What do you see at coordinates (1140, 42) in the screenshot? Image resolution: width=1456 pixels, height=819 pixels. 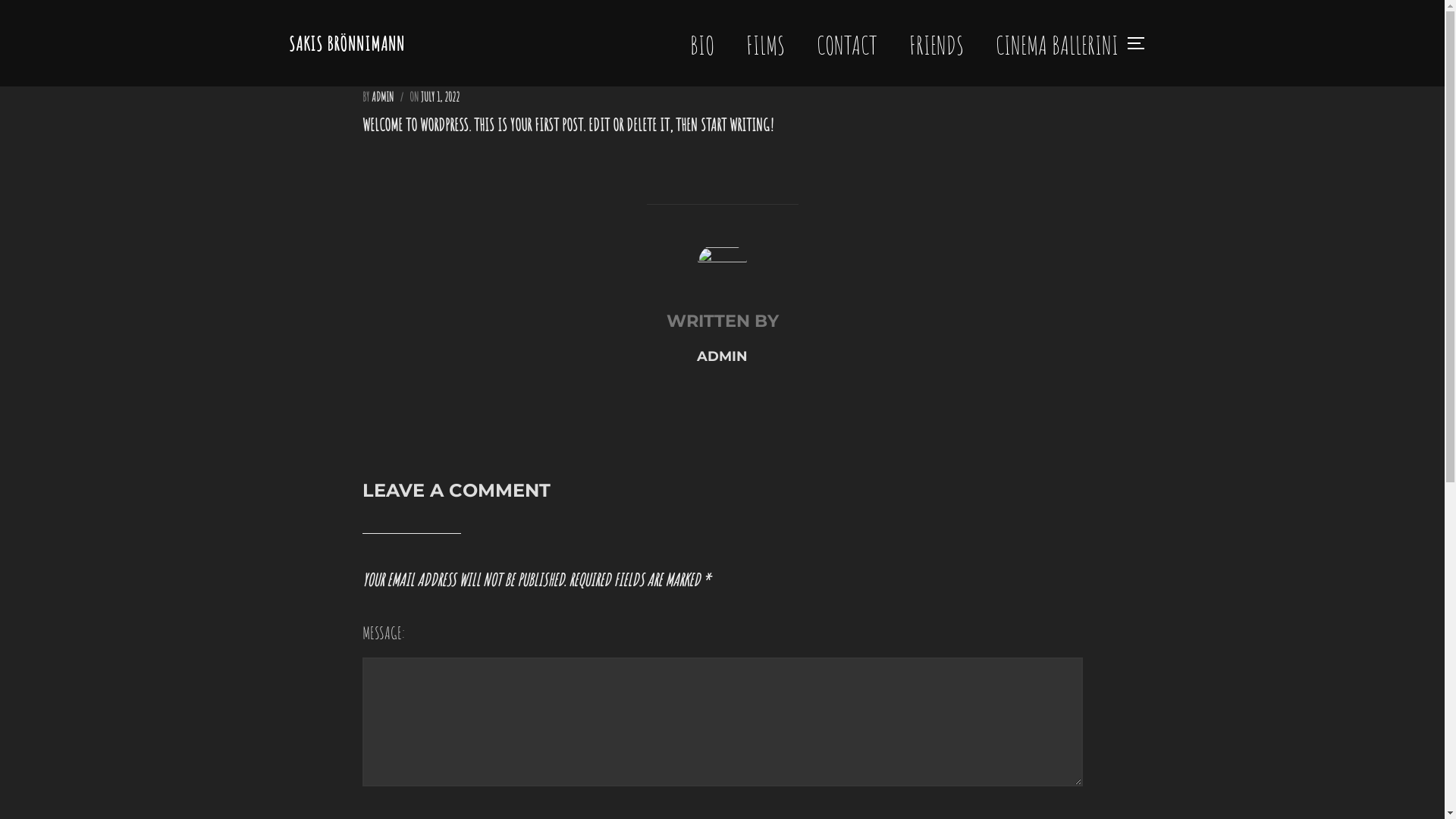 I see `'TOGGLE SIDEBAR & NAVIGATION'` at bounding box center [1140, 42].